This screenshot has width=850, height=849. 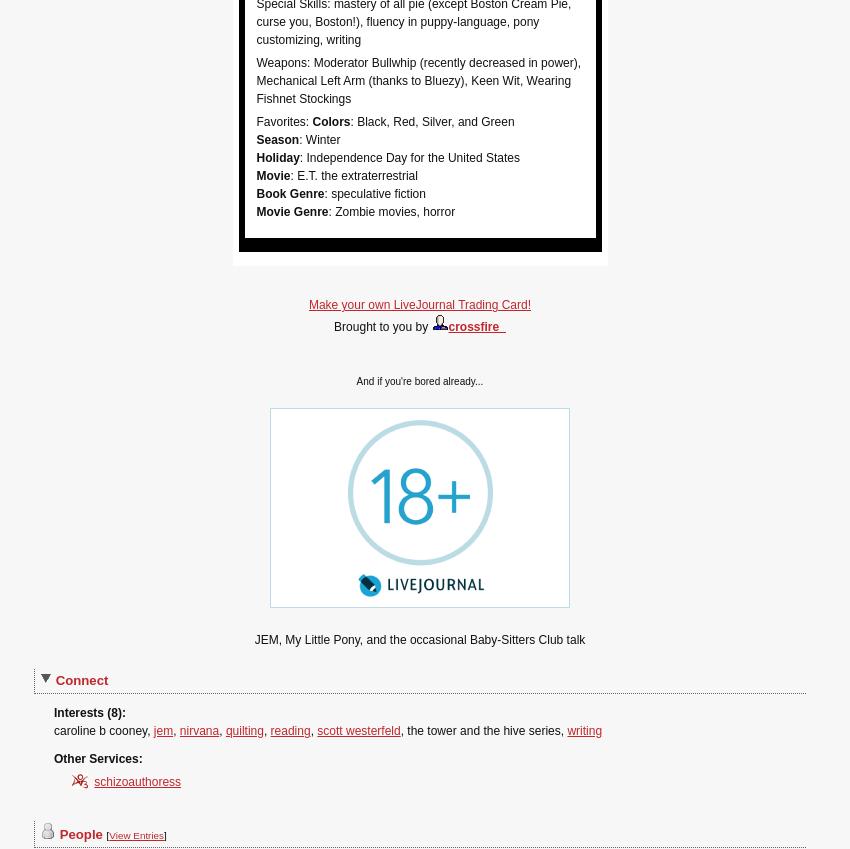 I want to click on 'Connect', so click(x=81, y=679).